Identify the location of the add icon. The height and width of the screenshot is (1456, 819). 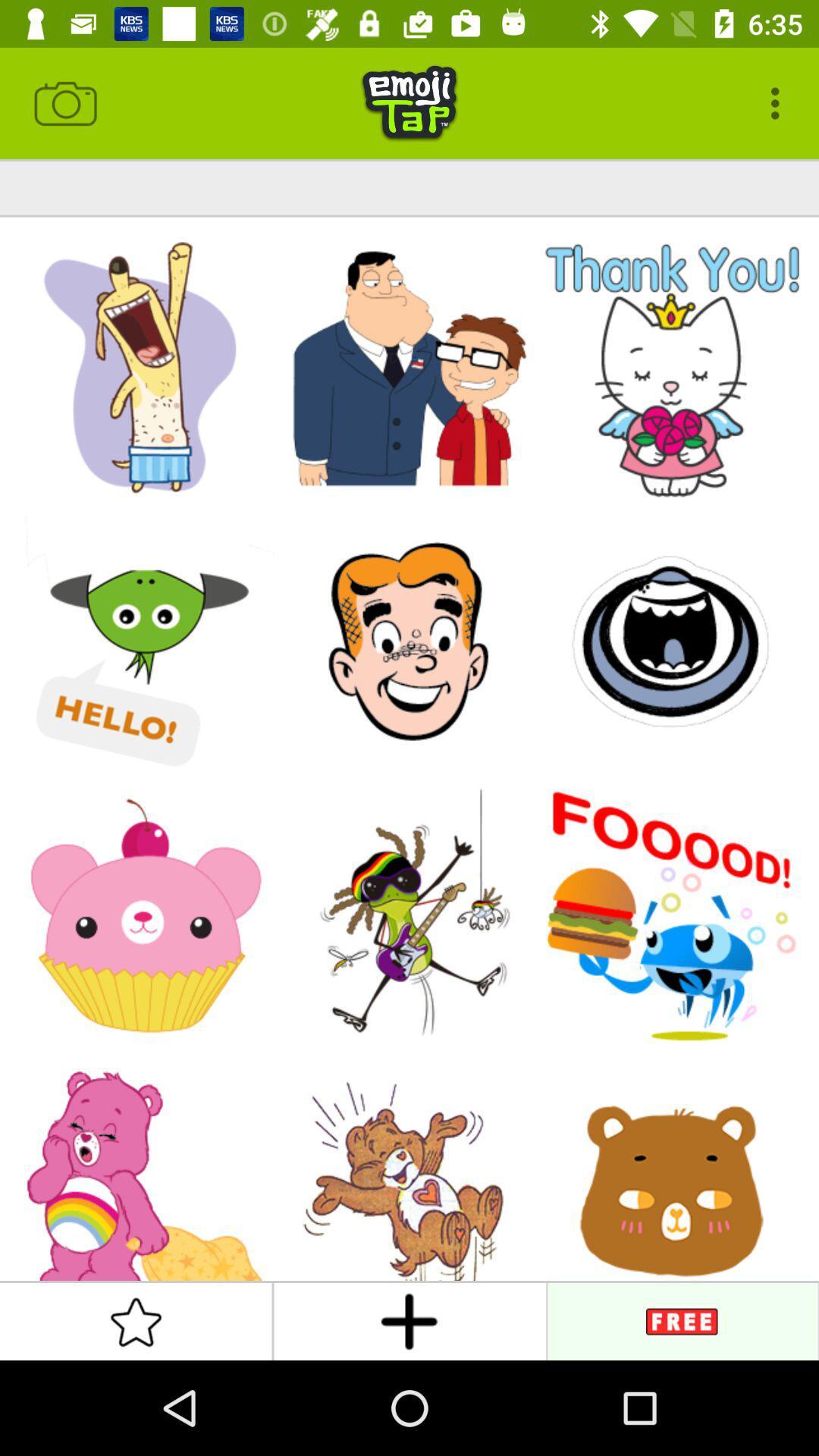
(409, 1320).